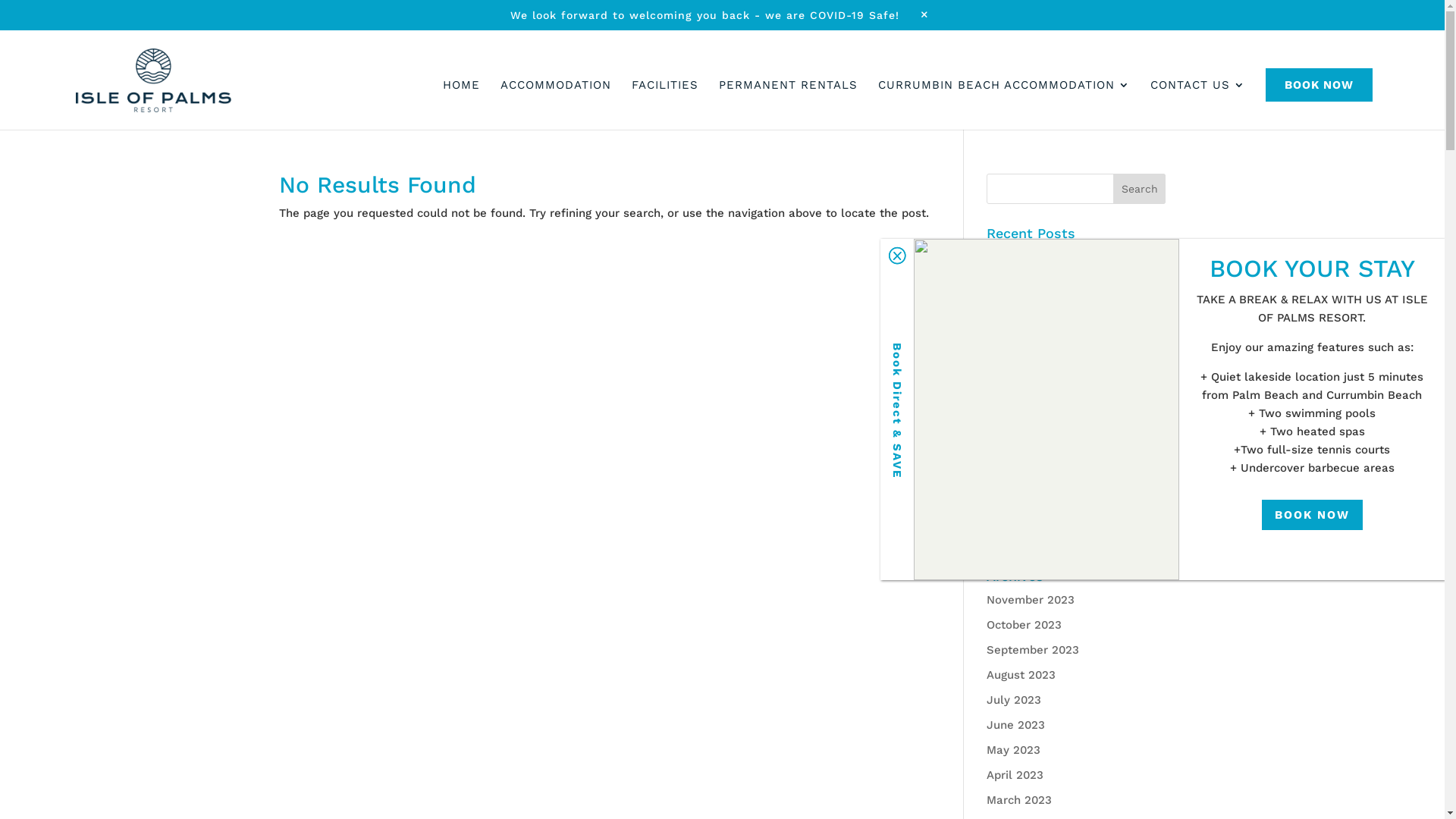 The width and height of the screenshot is (1456, 819). Describe the element at coordinates (1021, 674) in the screenshot. I see `'August 2023'` at that location.